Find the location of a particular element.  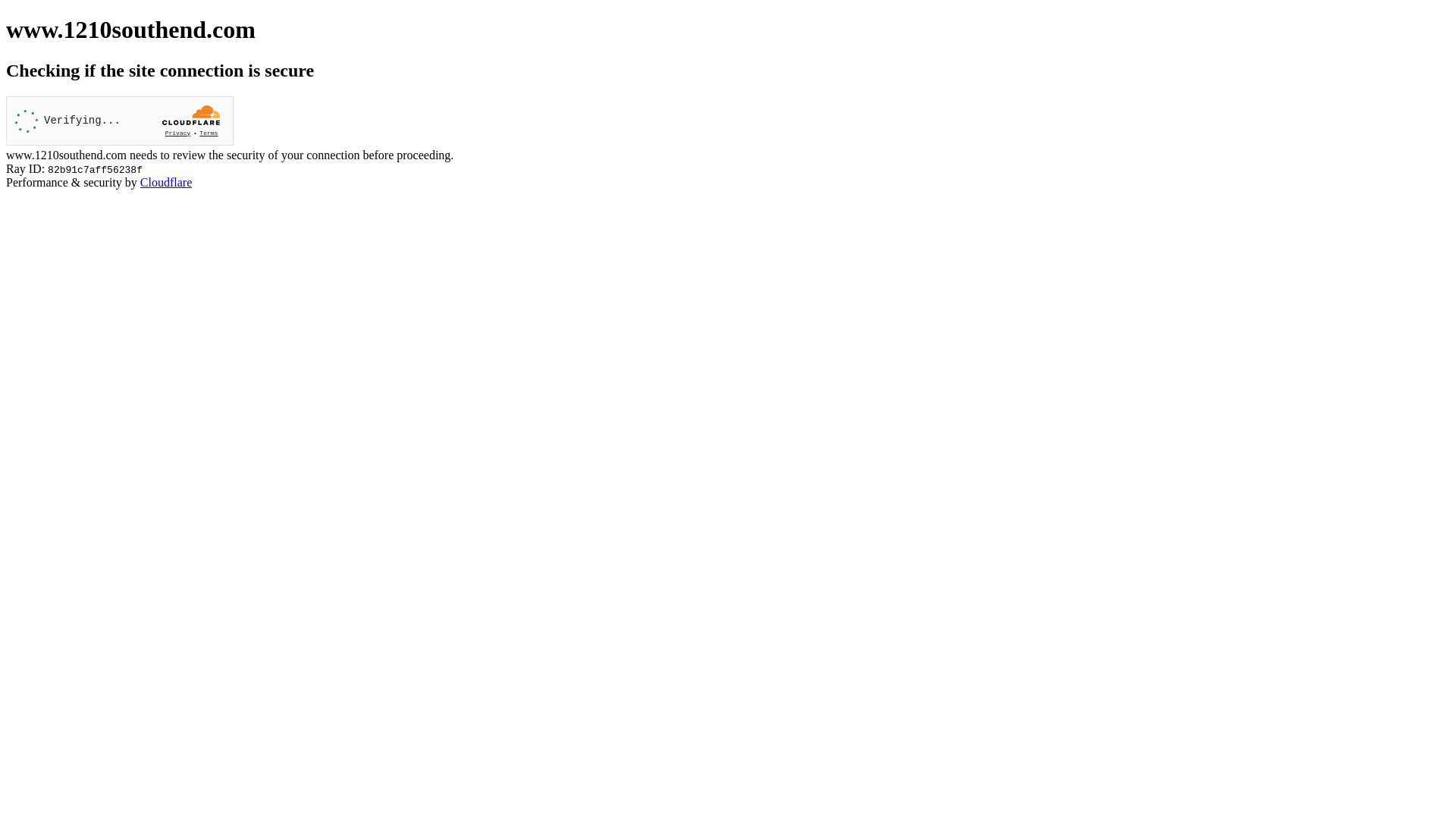

'Widget containing a Cloudflare security challenge' is located at coordinates (119, 120).